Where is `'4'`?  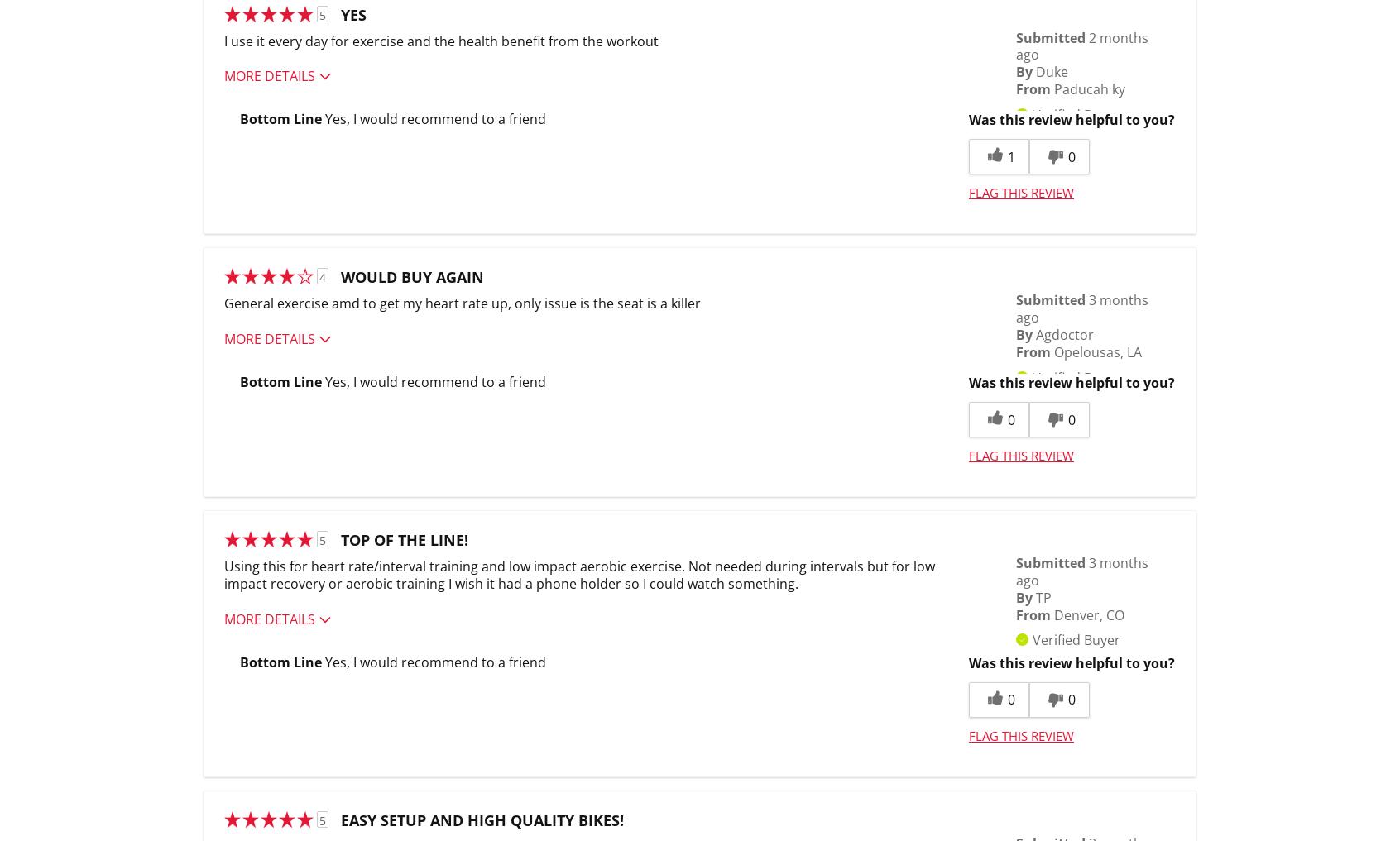 '4' is located at coordinates (323, 277).